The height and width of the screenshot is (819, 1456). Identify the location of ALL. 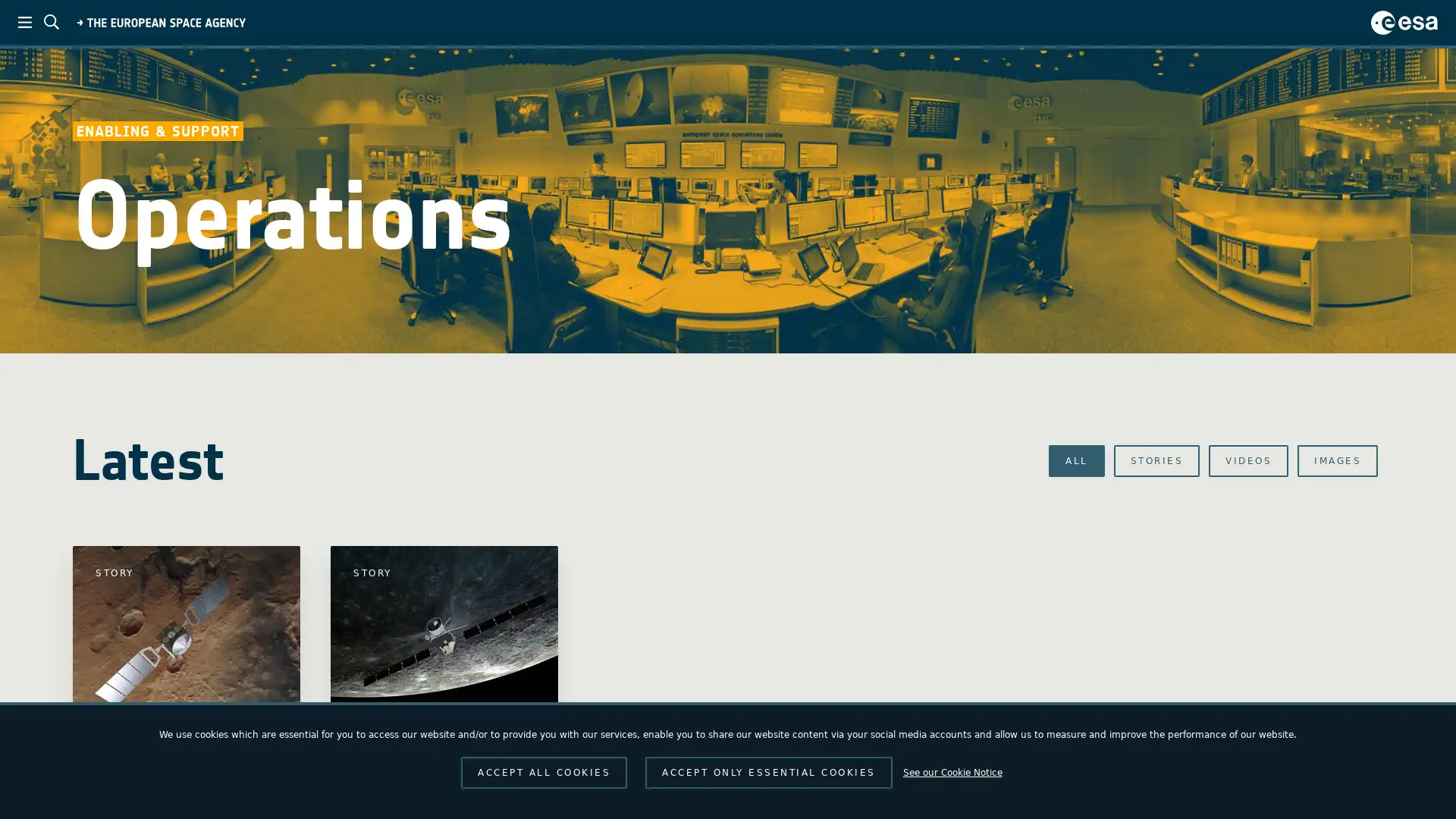
(1075, 459).